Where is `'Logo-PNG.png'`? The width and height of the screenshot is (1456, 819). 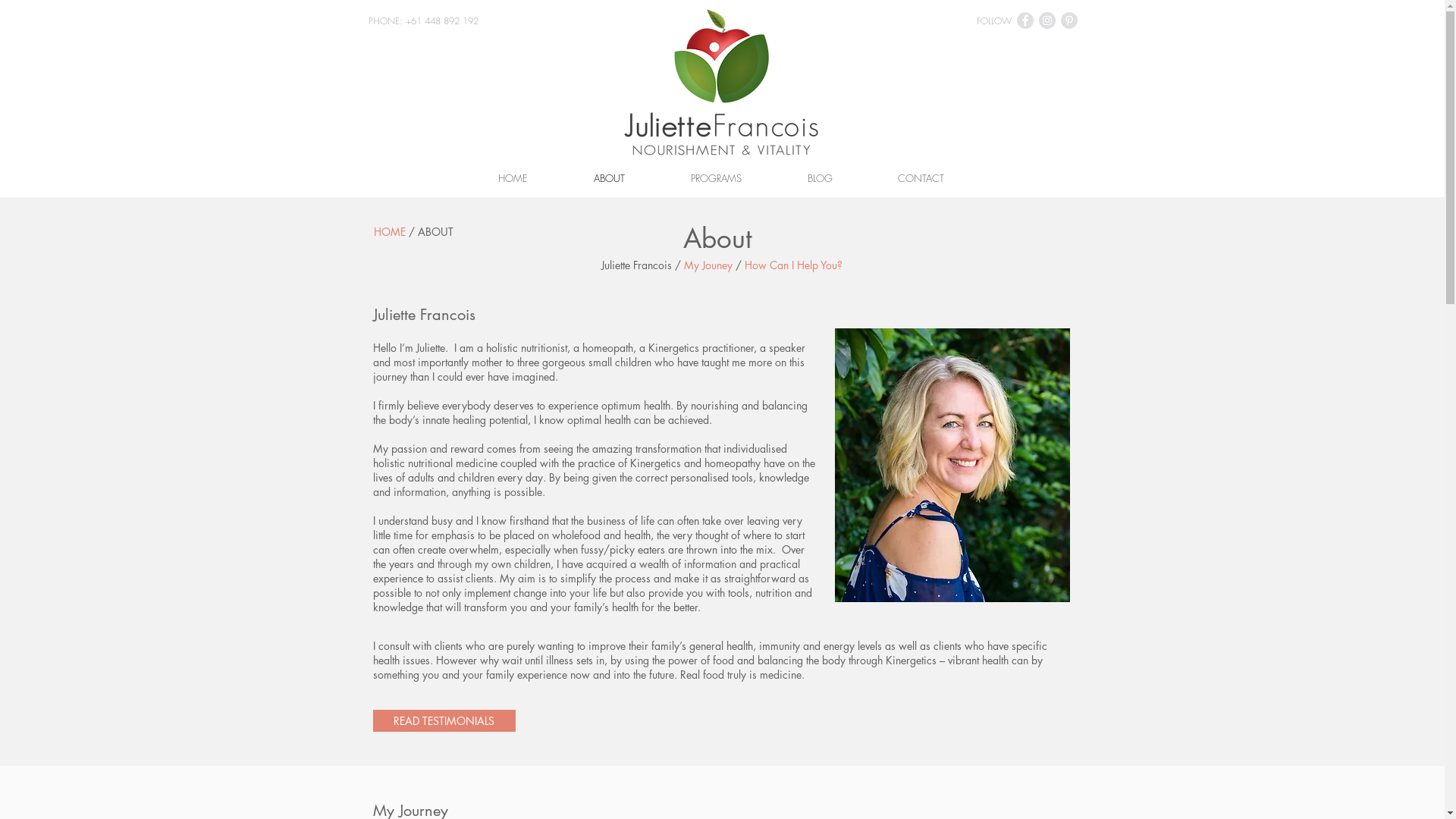
'Logo-PNG.png' is located at coordinates (720, 82).